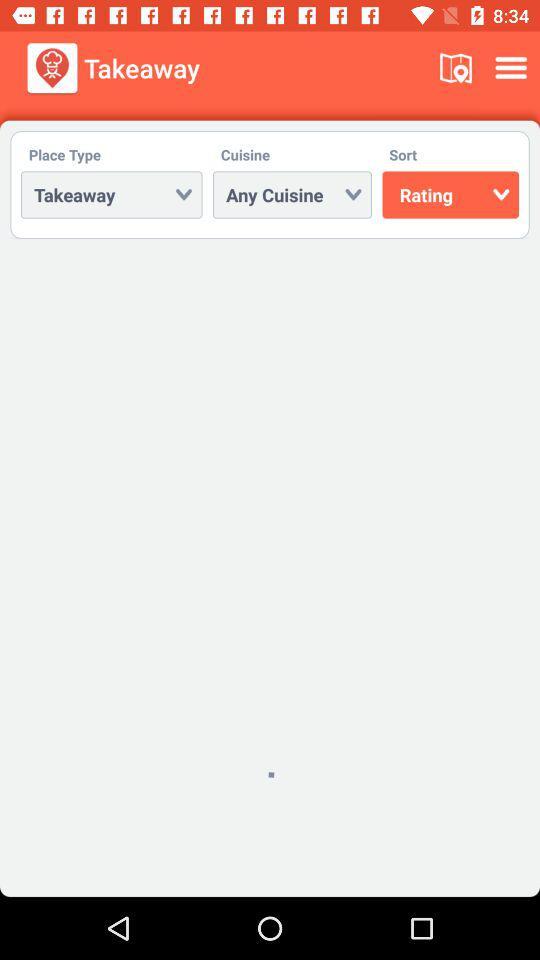 This screenshot has width=540, height=960. Describe the element at coordinates (291, 194) in the screenshot. I see `the dropdown next to takeway` at that location.